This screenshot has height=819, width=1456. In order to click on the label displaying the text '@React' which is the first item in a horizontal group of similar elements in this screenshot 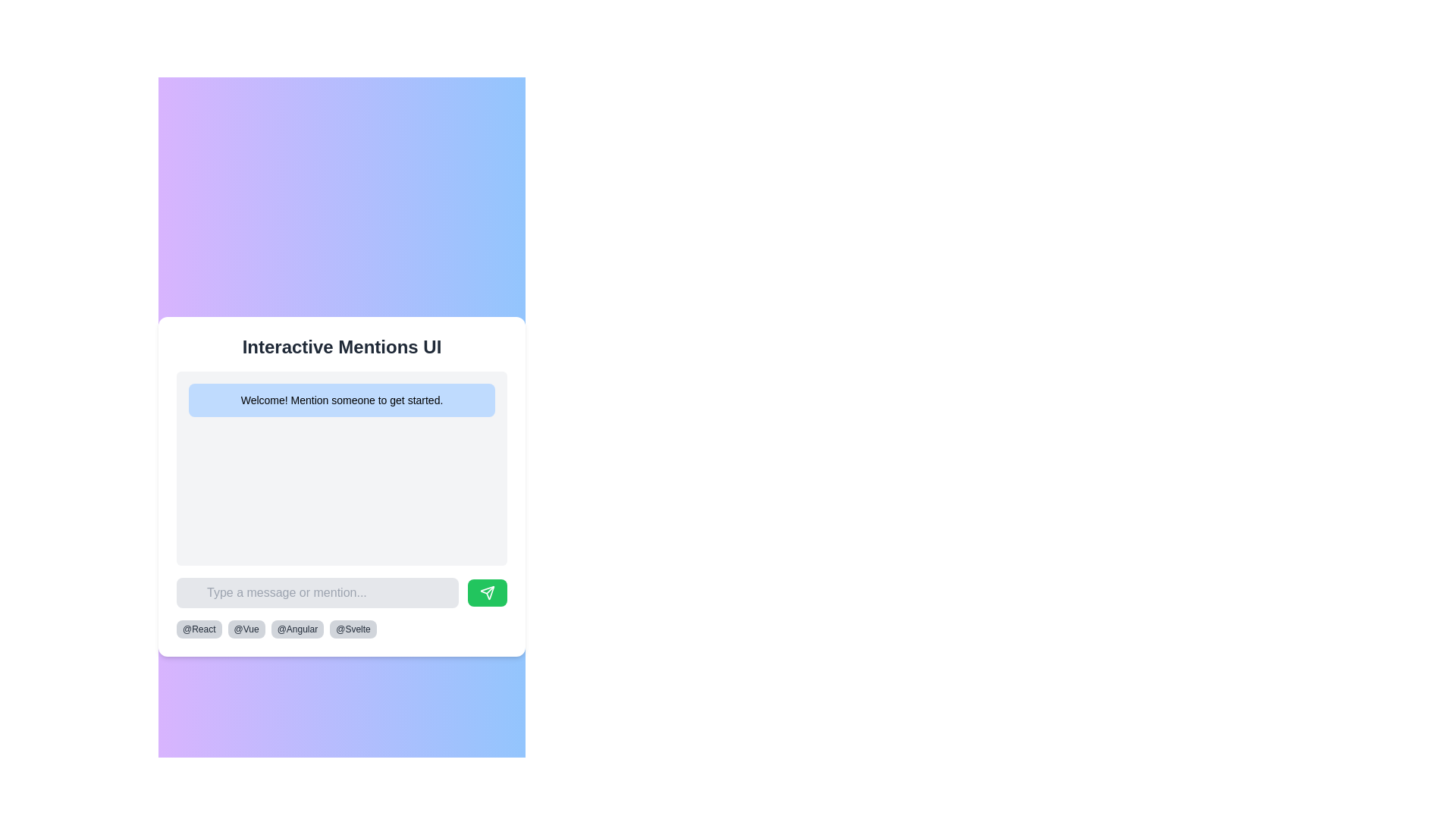, I will do `click(198, 629)`.